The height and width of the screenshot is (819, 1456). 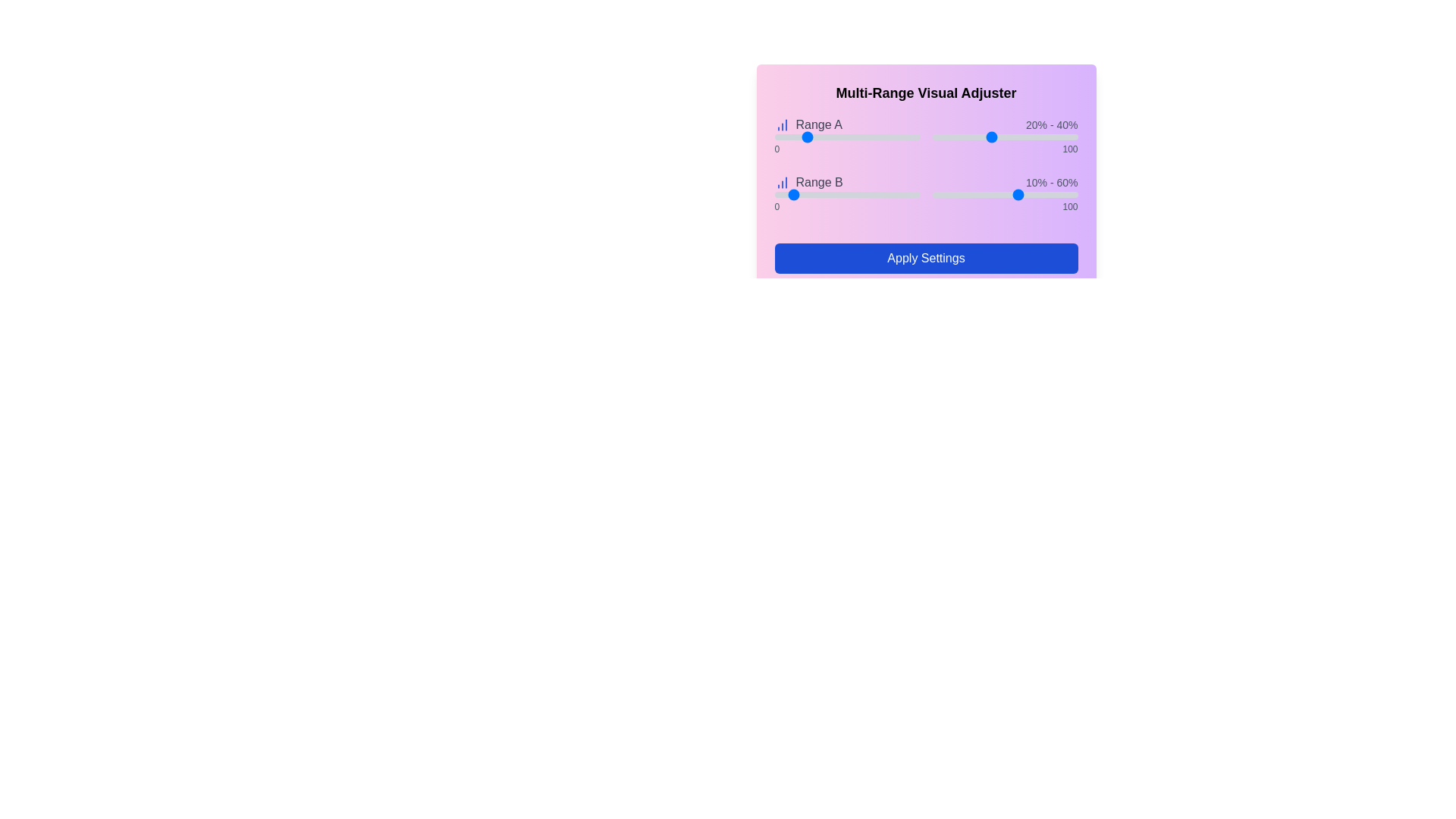 What do you see at coordinates (1006, 194) in the screenshot?
I see `the Range B slider` at bounding box center [1006, 194].